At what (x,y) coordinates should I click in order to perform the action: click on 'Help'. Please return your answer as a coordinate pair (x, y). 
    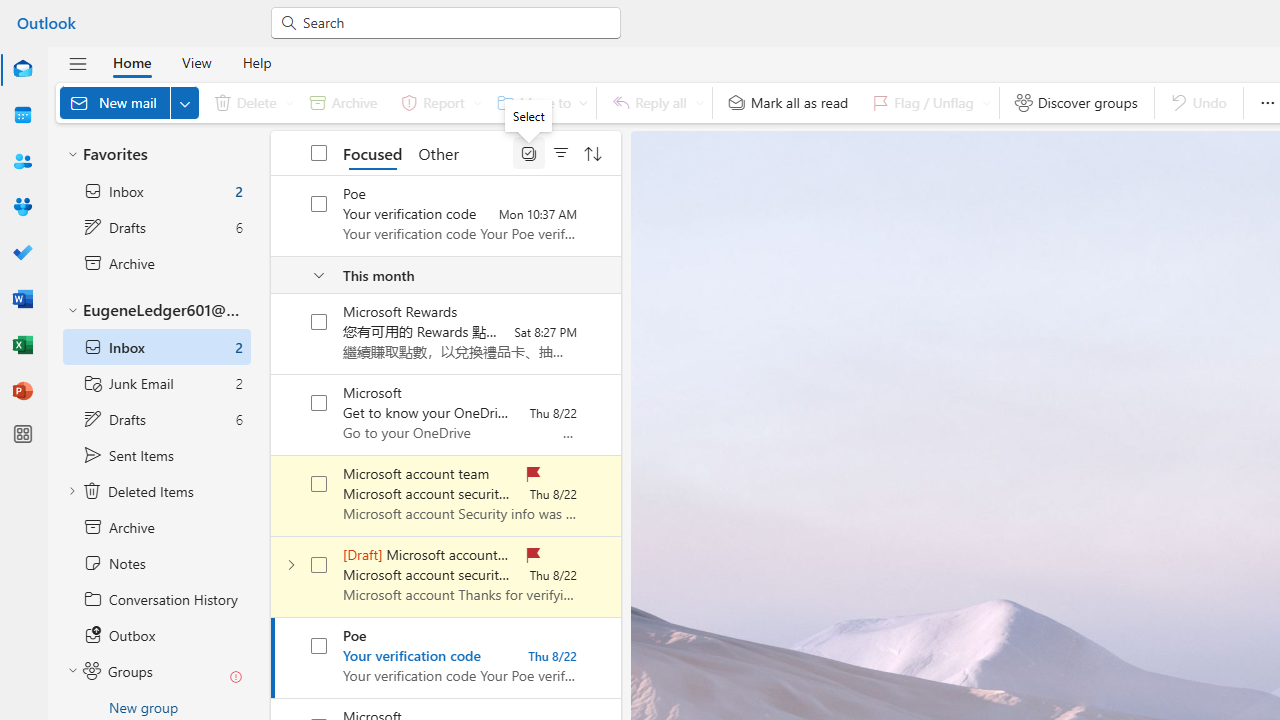
    Looking at the image, I should click on (255, 61).